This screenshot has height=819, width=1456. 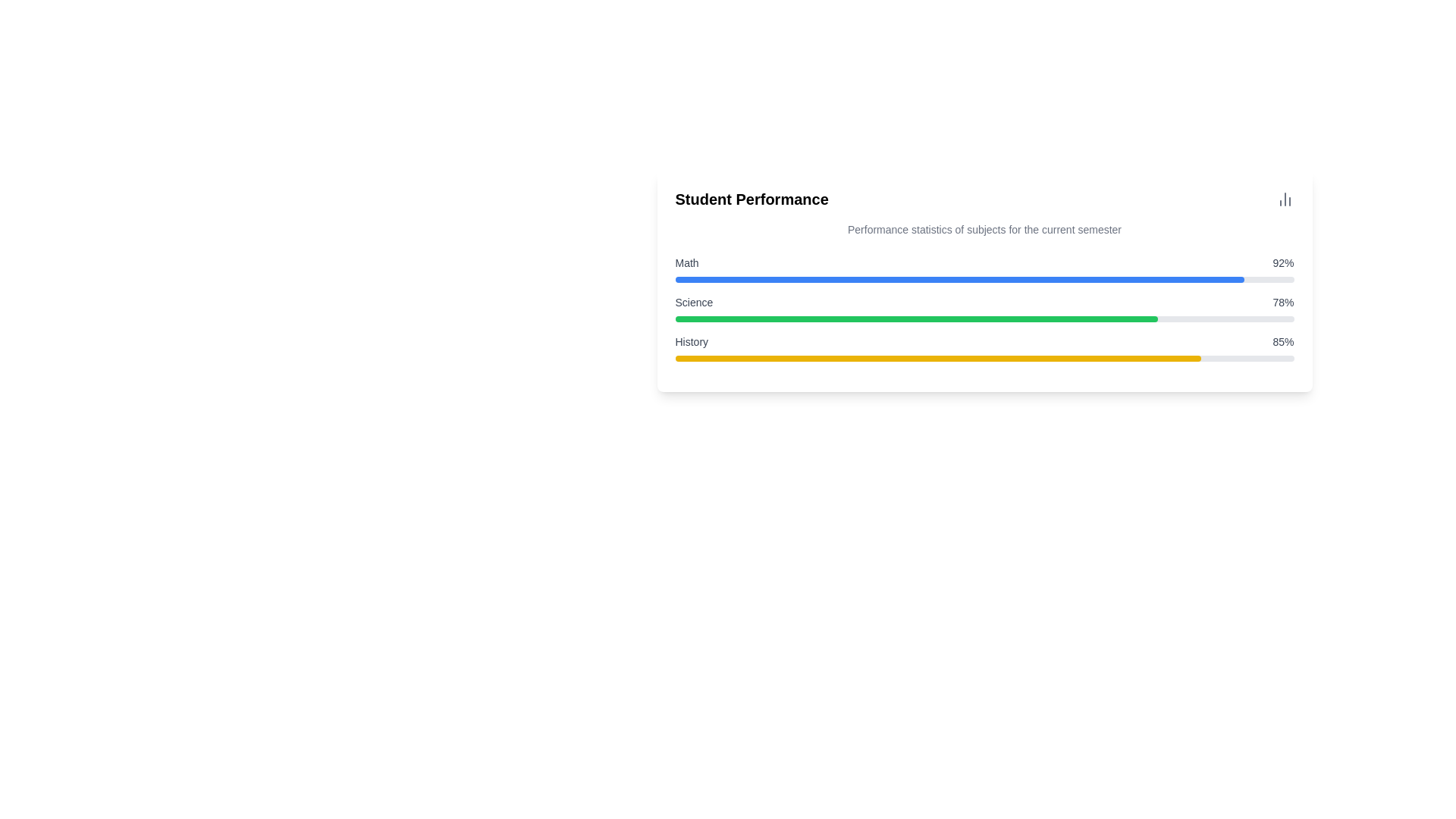 What do you see at coordinates (959, 280) in the screenshot?
I see `the progress bar fill indicator that visually represents the 92% completion for the 'Math' subject, located just below the 'Student Performance' title` at bounding box center [959, 280].